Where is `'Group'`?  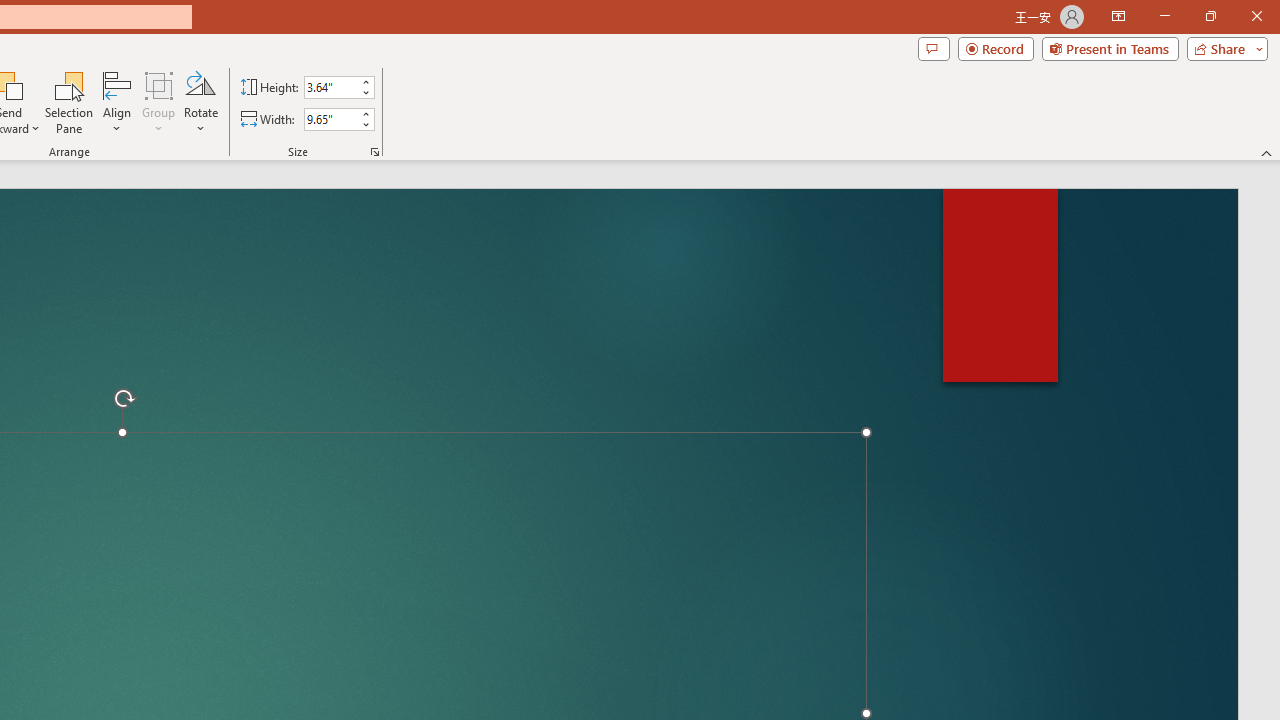
'Group' is located at coordinates (158, 103).